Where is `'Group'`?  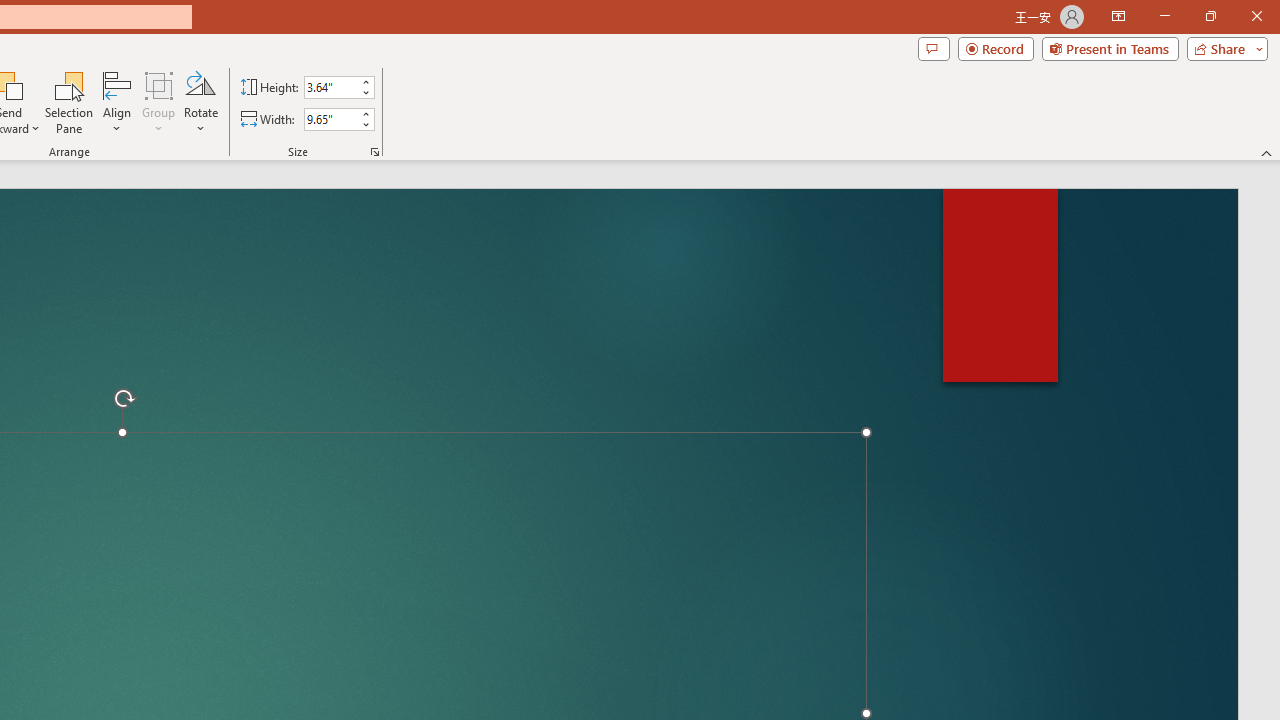
'Group' is located at coordinates (158, 103).